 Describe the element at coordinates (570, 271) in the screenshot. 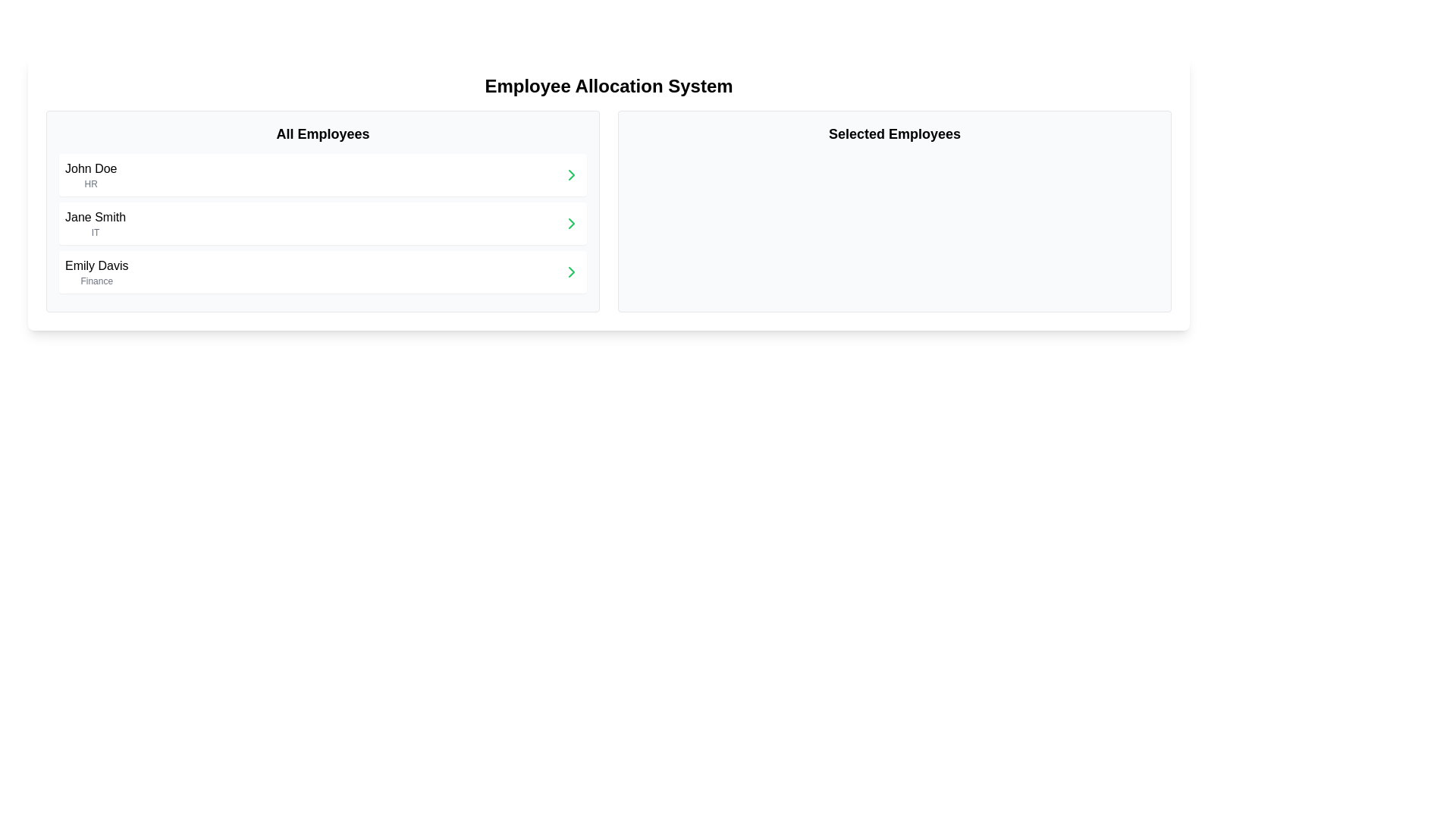

I see `the button at the rightmost position of the 'Emily Davis - Finance' entry in the 'All Employees' list` at that location.